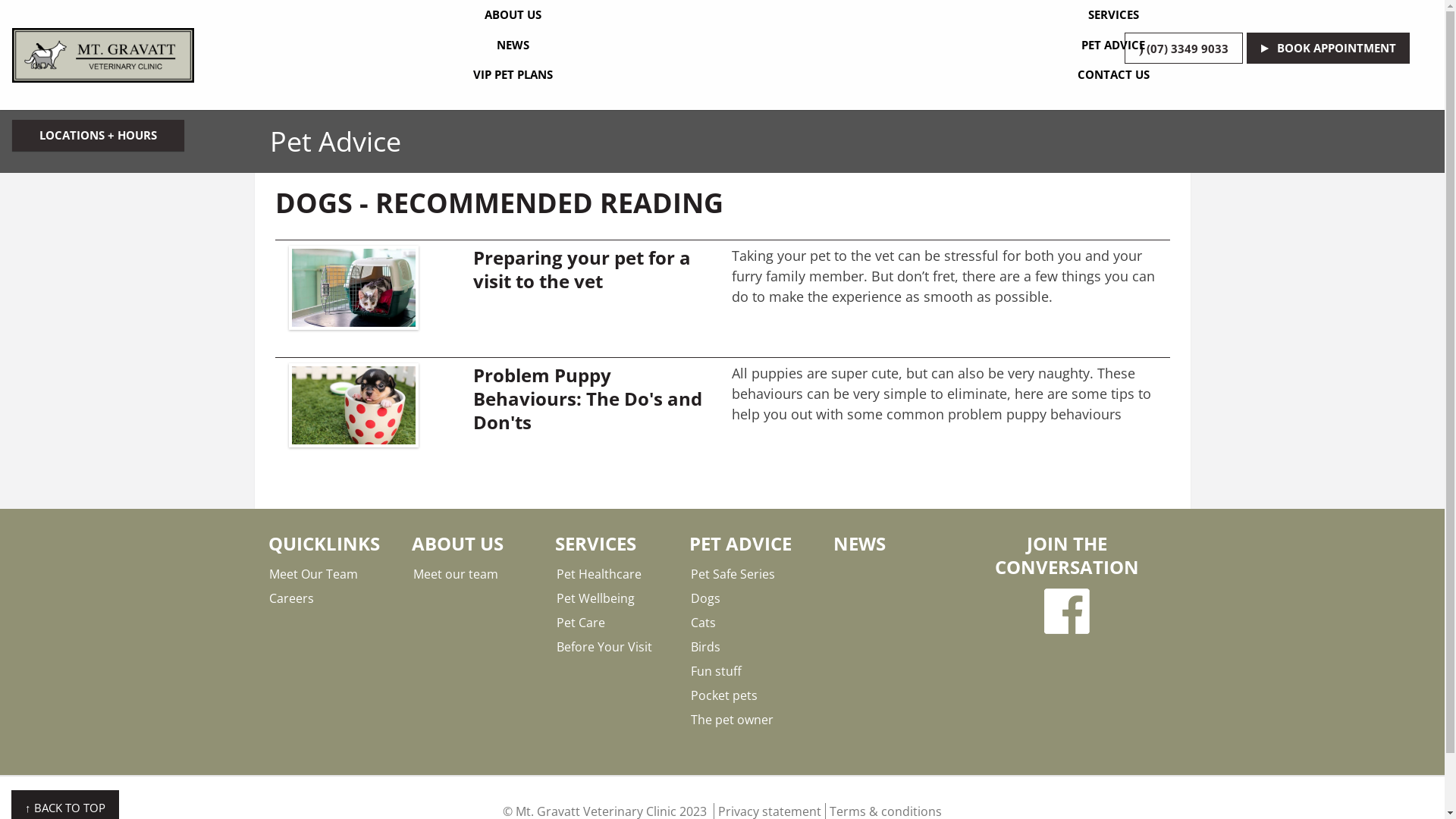 This screenshot has height=819, width=1456. What do you see at coordinates (102, 55) in the screenshot?
I see `'Home'` at bounding box center [102, 55].